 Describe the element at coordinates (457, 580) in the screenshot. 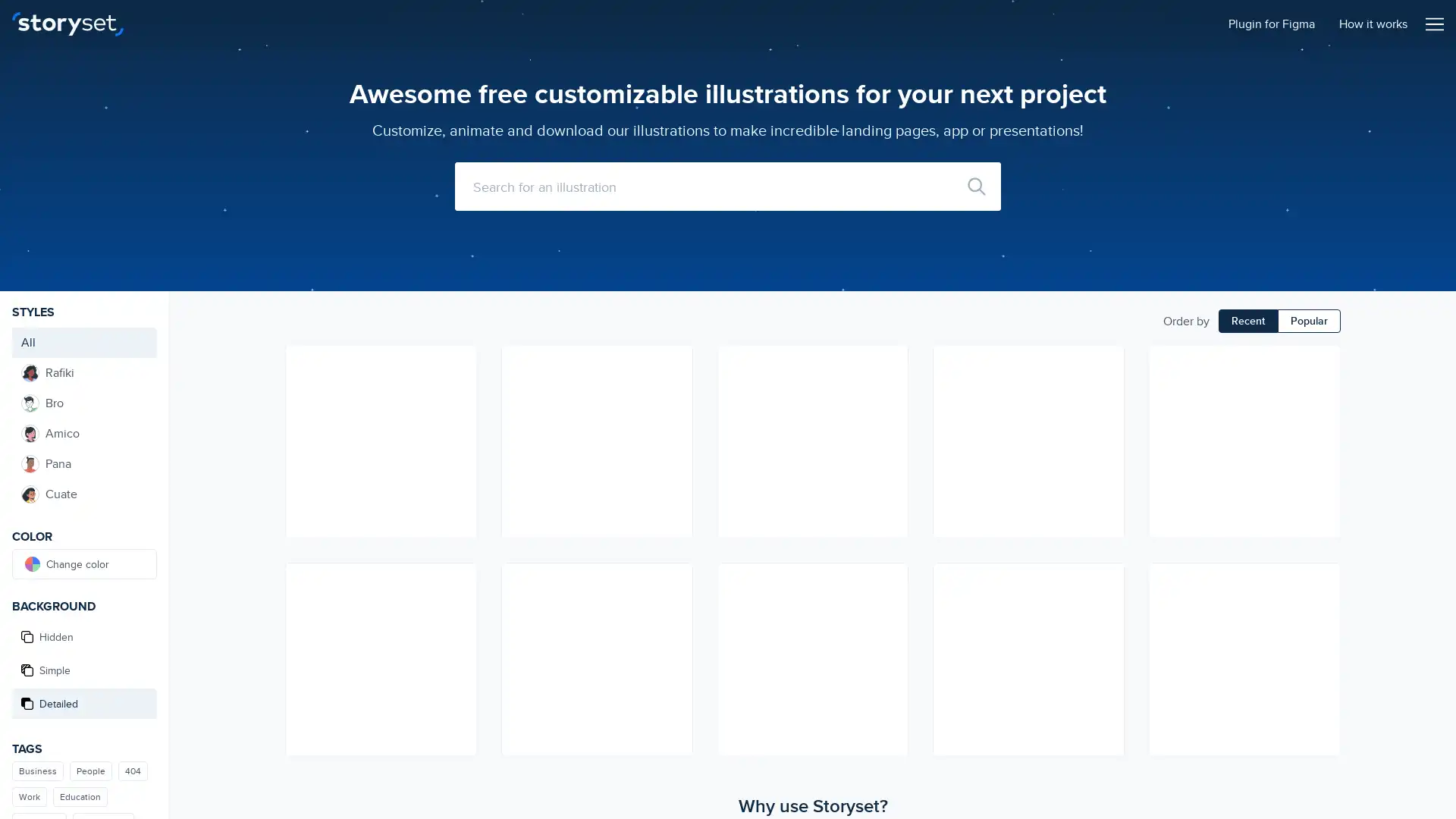

I see `wand icon Animate` at that location.